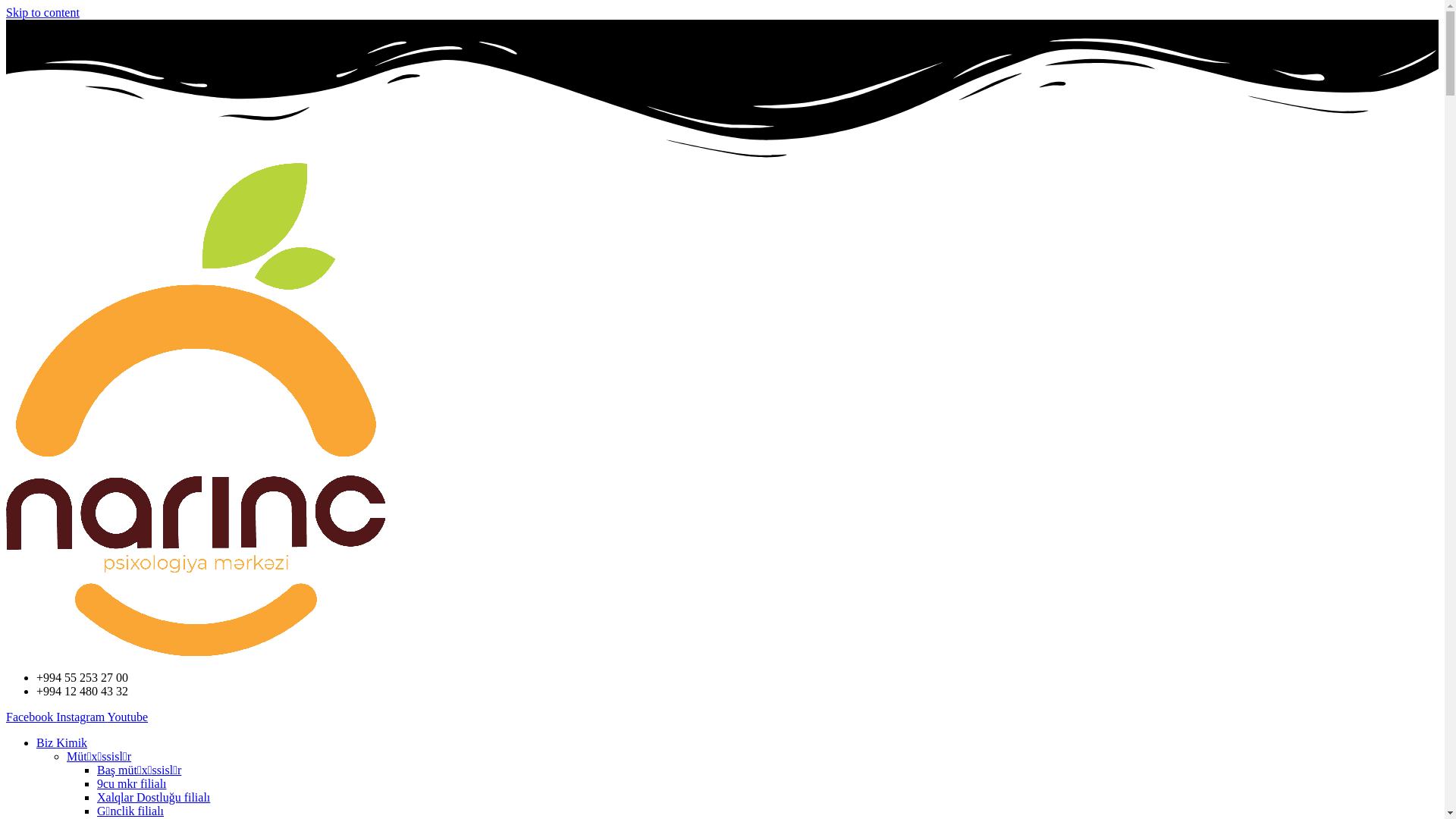  I want to click on 'Instagram', so click(80, 717).